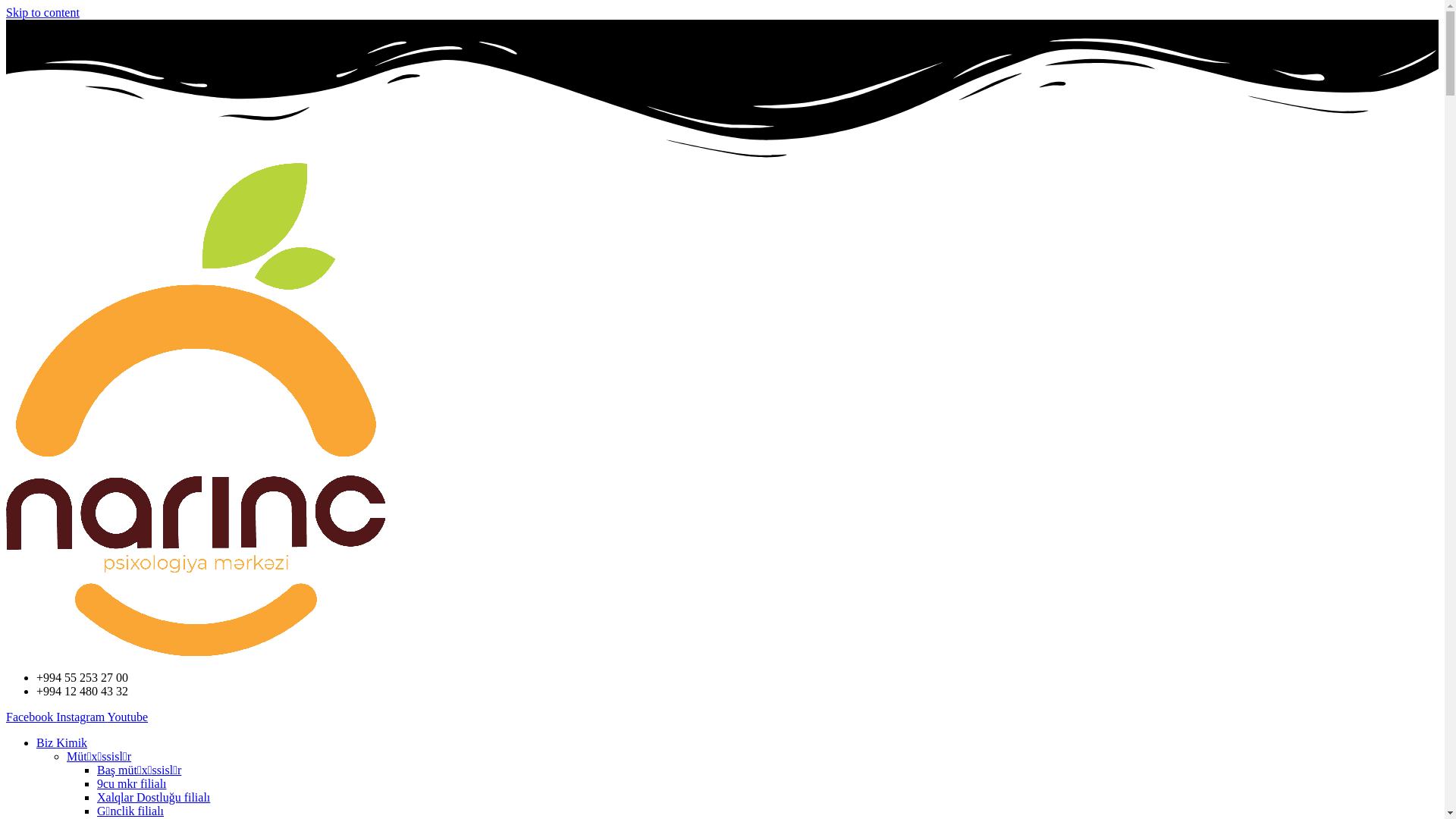  I want to click on 'Instagram', so click(80, 717).